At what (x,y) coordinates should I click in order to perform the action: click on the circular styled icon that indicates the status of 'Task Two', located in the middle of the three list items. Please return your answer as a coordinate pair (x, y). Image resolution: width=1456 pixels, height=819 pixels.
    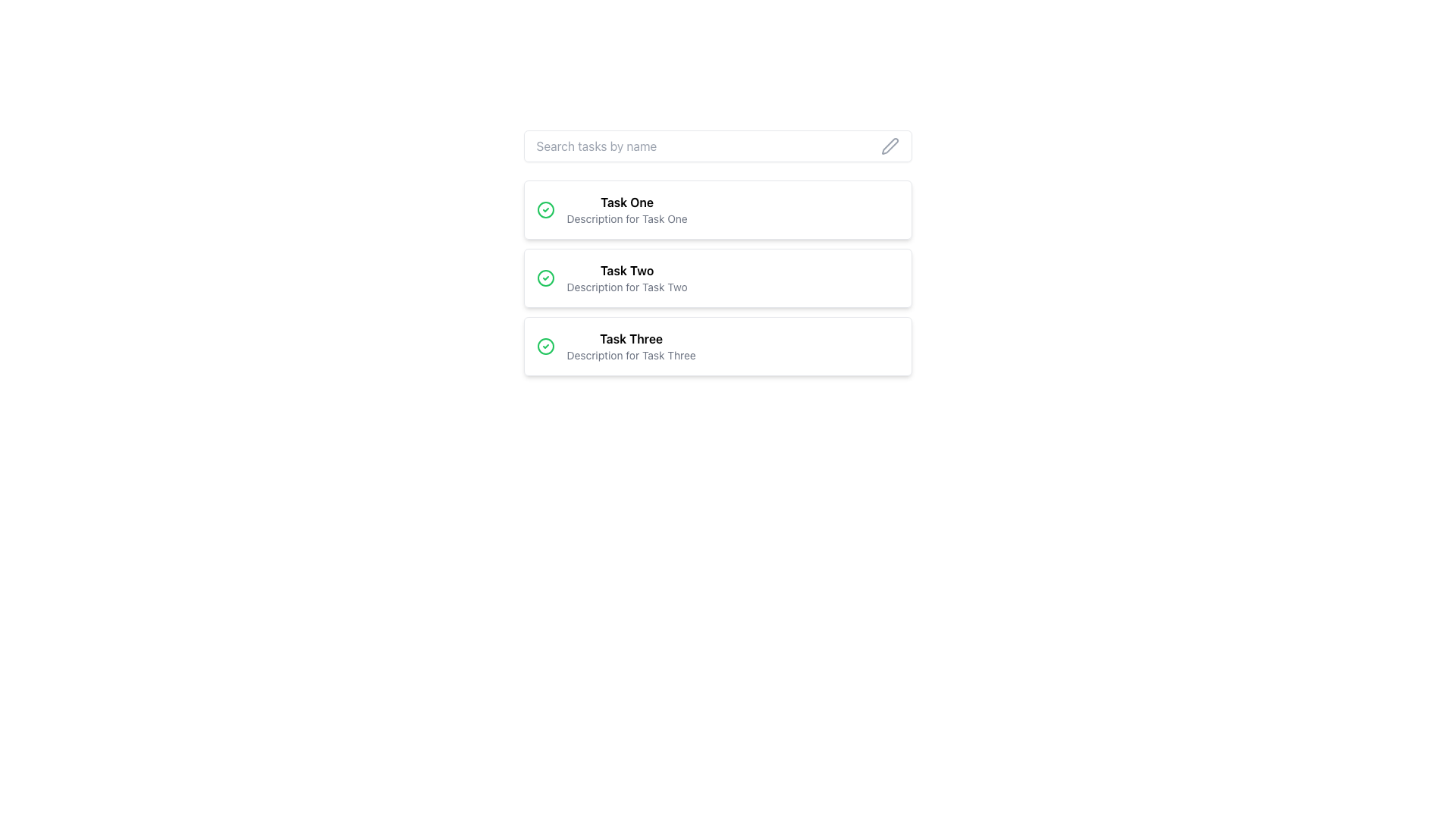
    Looking at the image, I should click on (545, 346).